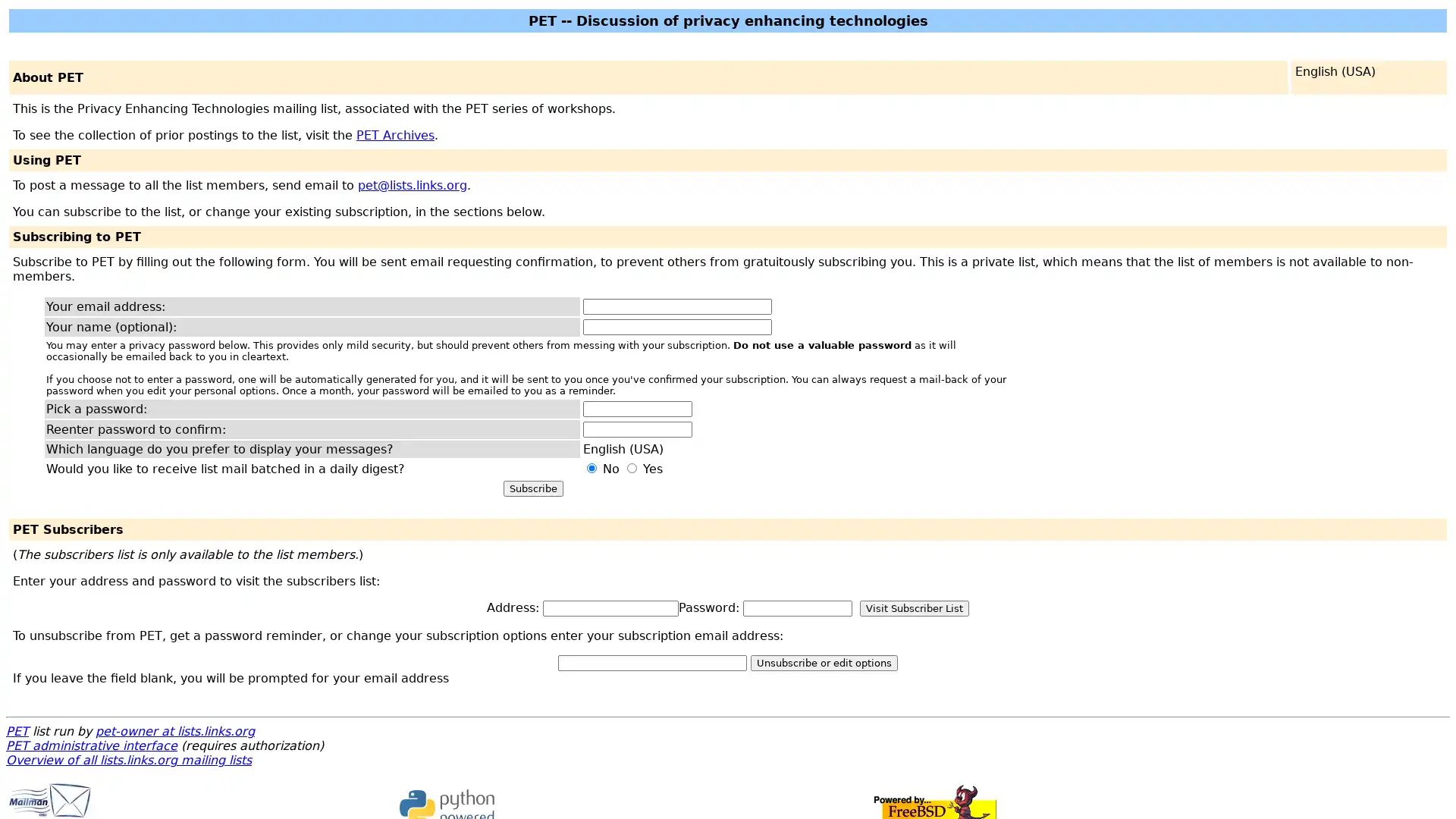 The image size is (1456, 819). What do you see at coordinates (913, 607) in the screenshot?
I see `Visit Subscriber List` at bounding box center [913, 607].